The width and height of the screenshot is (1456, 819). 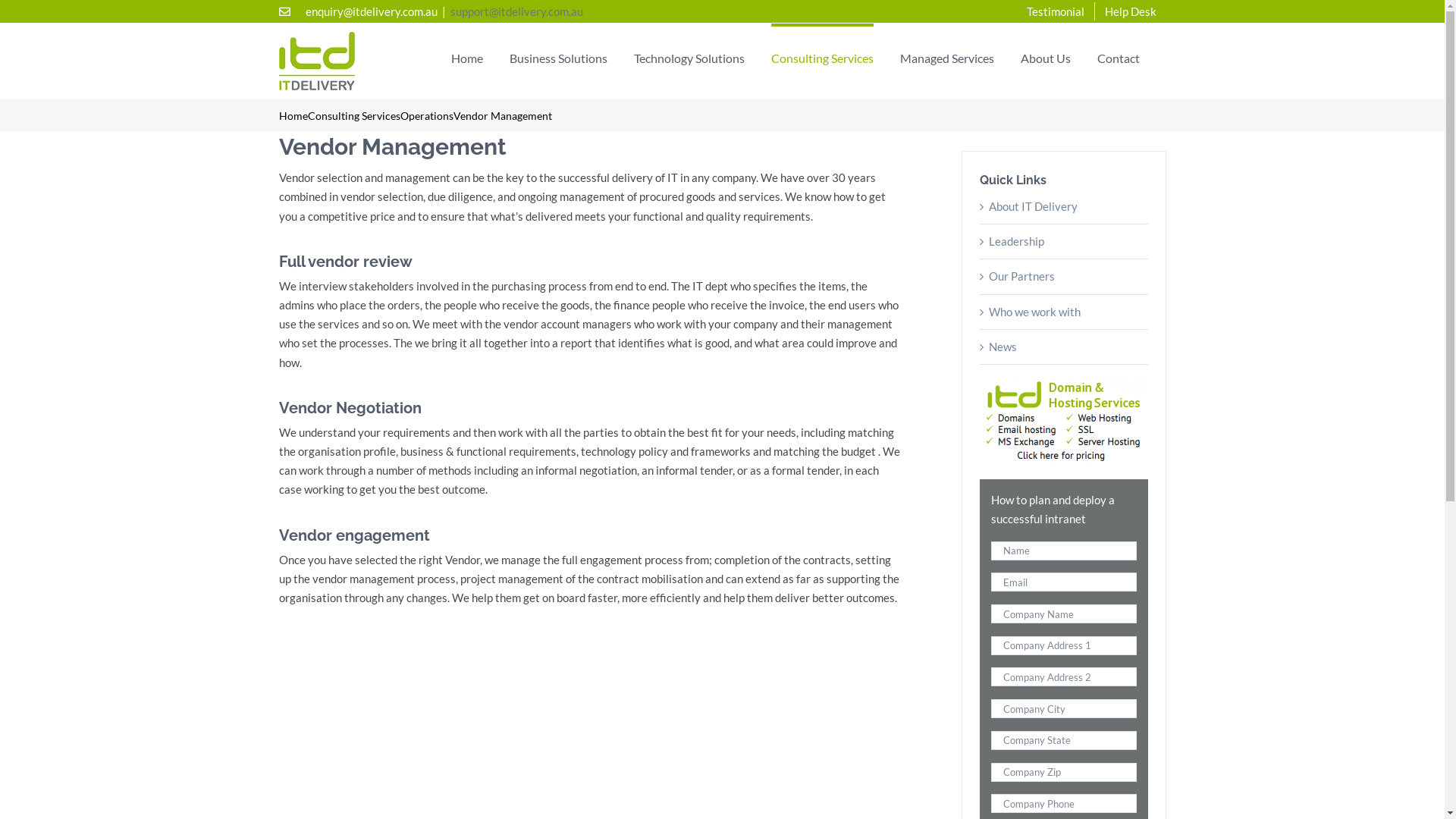 I want to click on 'Leadership', so click(x=989, y=240).